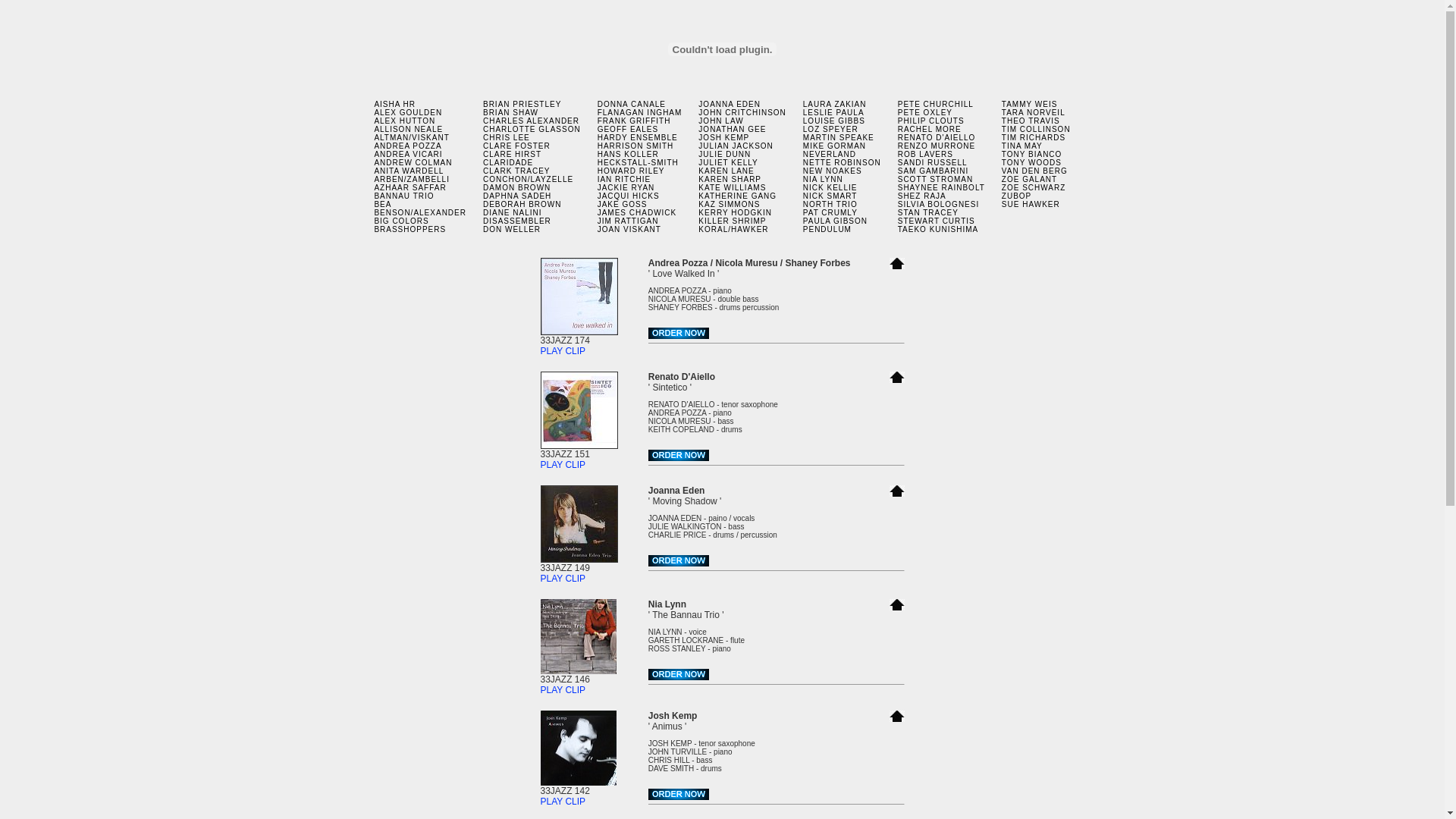  What do you see at coordinates (578, 449) in the screenshot?
I see `'33JAZZ 151'` at bounding box center [578, 449].